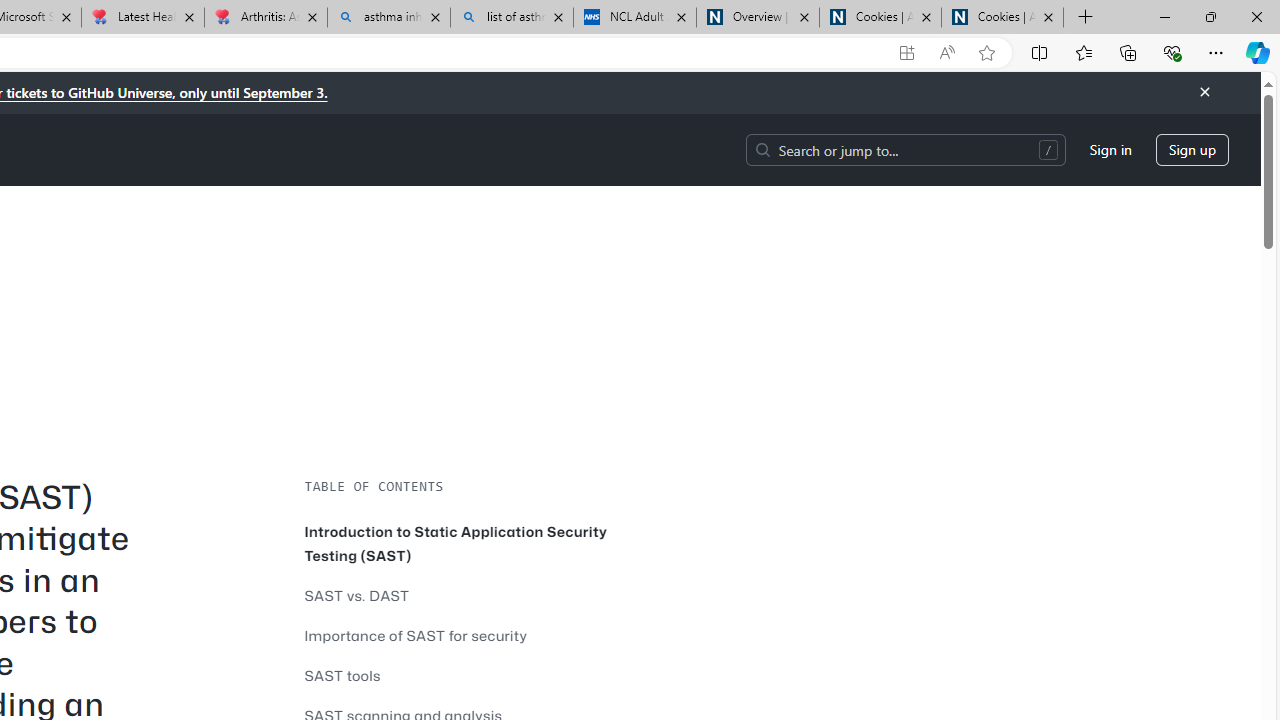 The width and height of the screenshot is (1280, 720). Describe the element at coordinates (455, 543) in the screenshot. I see `'Introduction to Static Application Security Testing (SAST)'` at that location.